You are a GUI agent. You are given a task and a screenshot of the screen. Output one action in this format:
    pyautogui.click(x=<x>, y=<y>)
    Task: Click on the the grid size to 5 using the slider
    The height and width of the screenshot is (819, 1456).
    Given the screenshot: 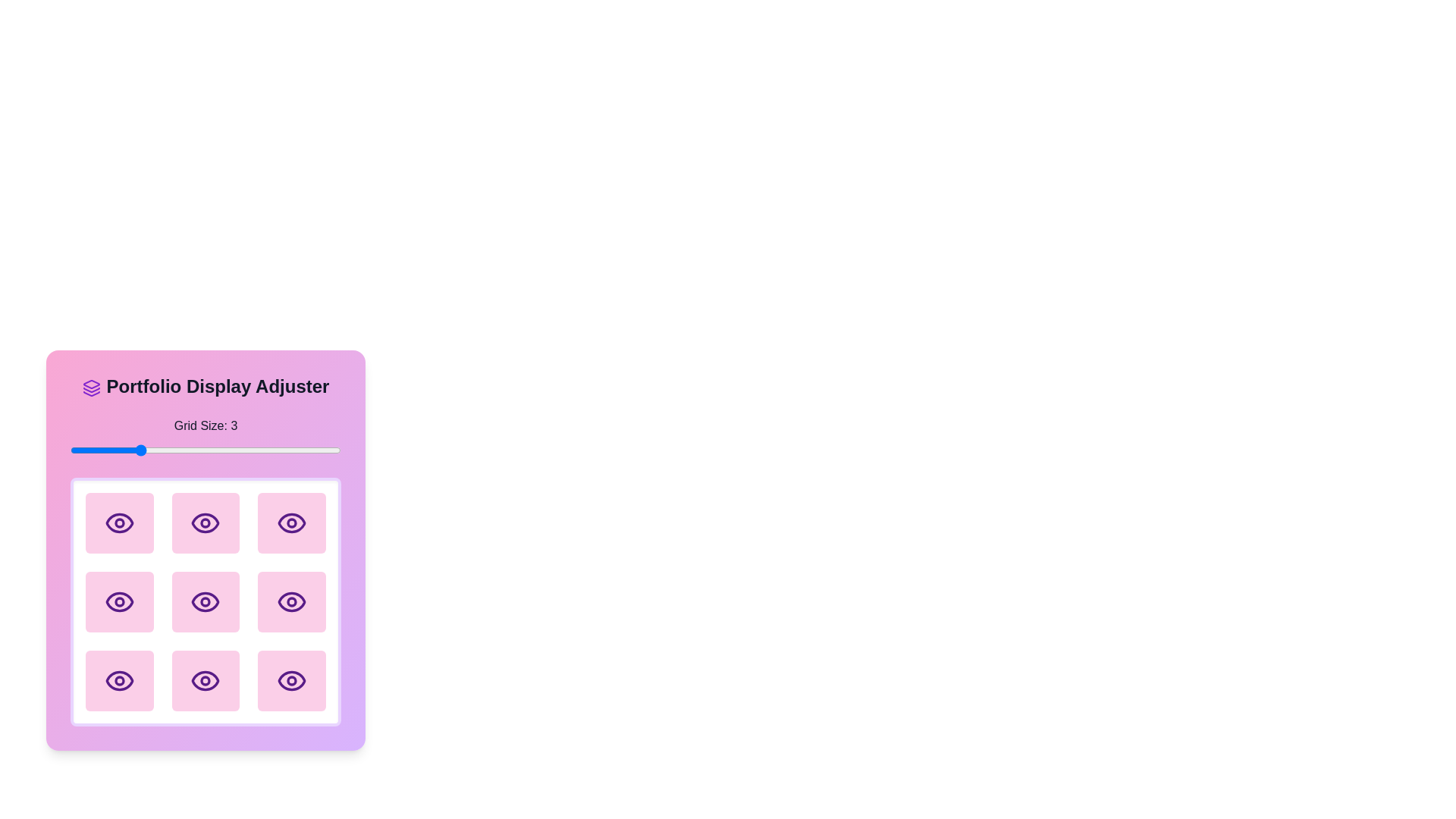 What is the action you would take?
    pyautogui.click(x=273, y=450)
    